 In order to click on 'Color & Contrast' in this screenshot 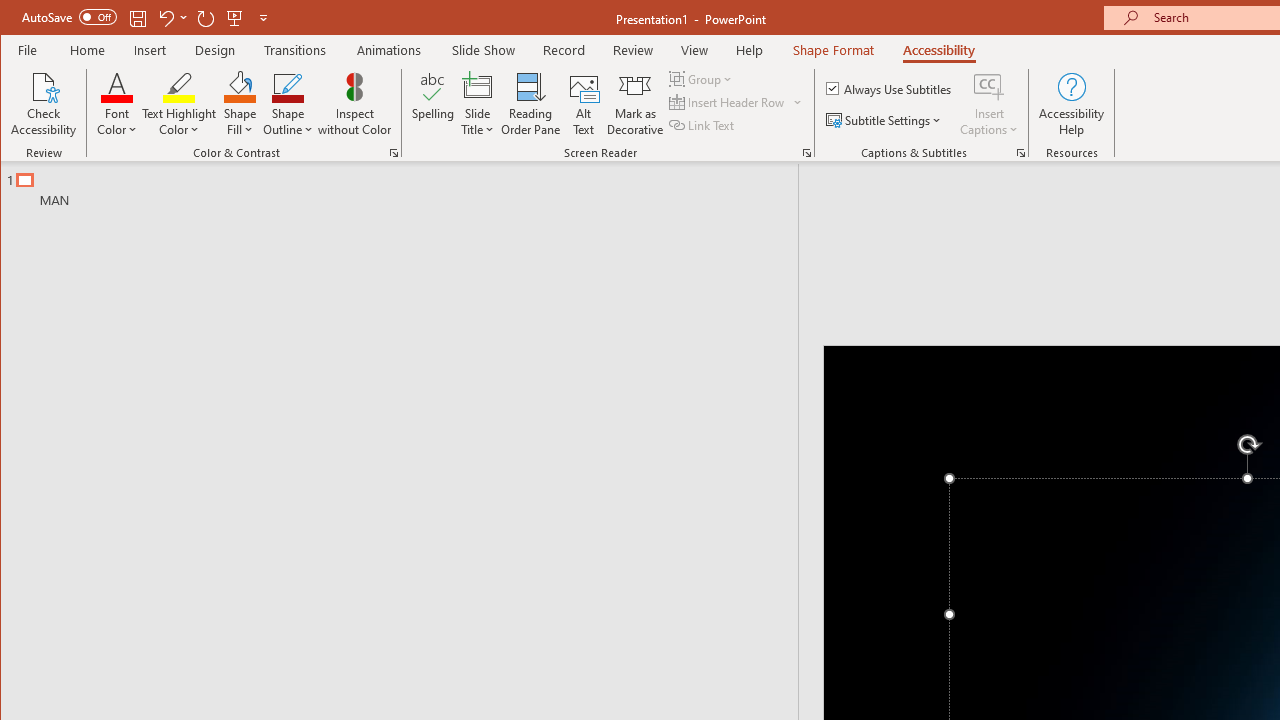, I will do `click(394, 152)`.